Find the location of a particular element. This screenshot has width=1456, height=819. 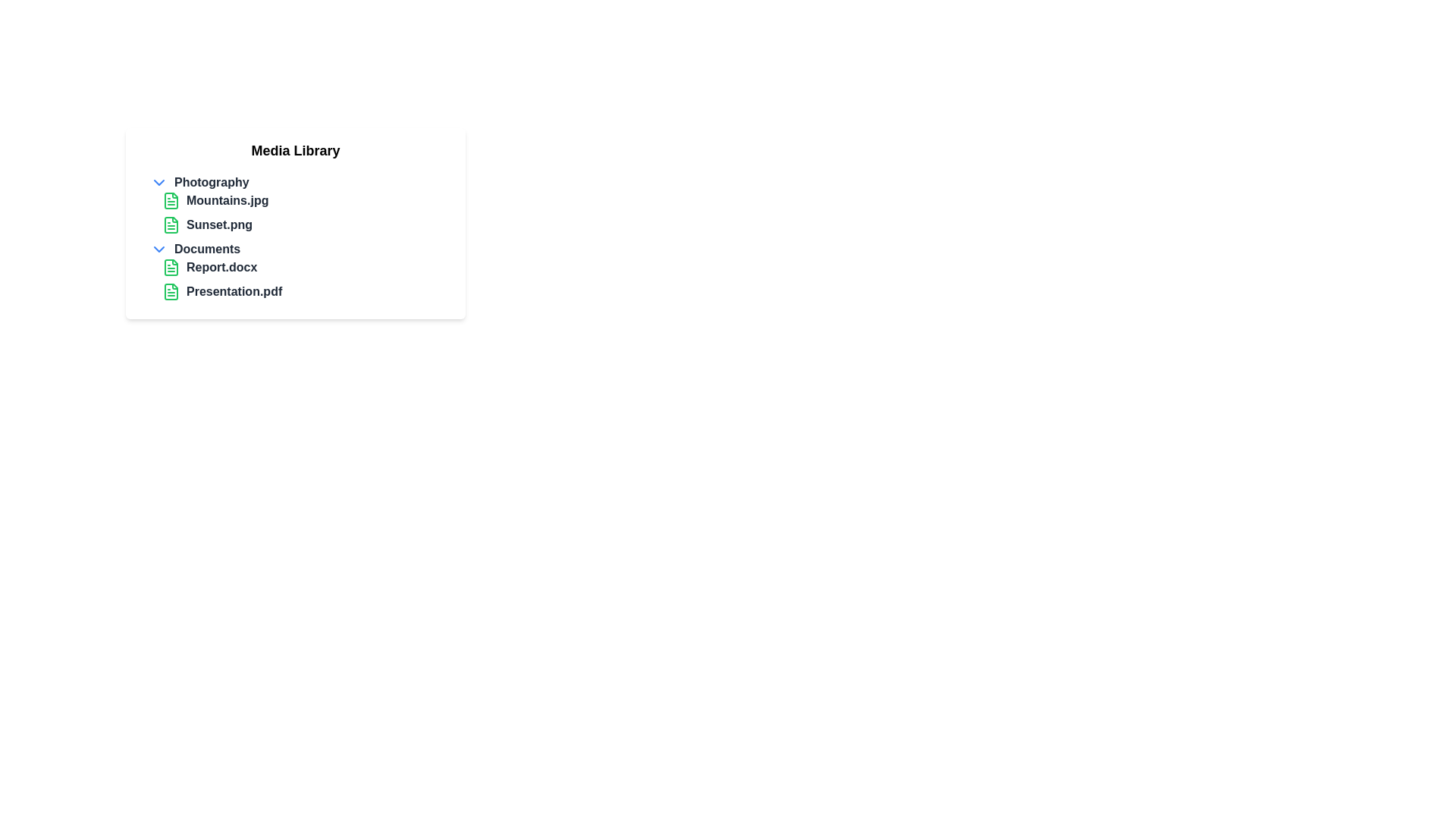

the file entry 'Sunset.png' in the Photography section of the Media Library is located at coordinates (302, 213).